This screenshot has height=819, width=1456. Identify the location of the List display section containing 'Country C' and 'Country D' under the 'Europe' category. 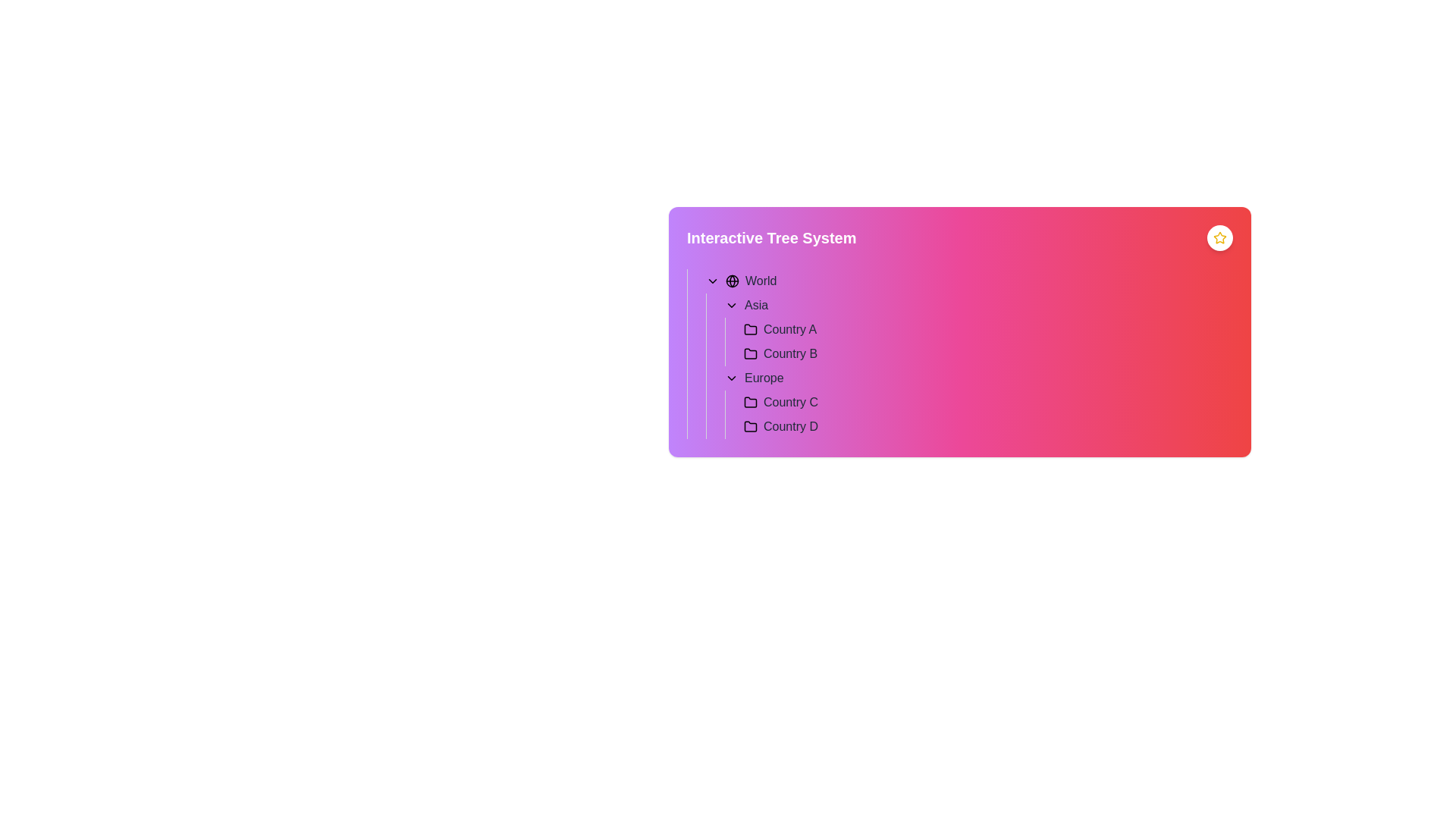
(979, 415).